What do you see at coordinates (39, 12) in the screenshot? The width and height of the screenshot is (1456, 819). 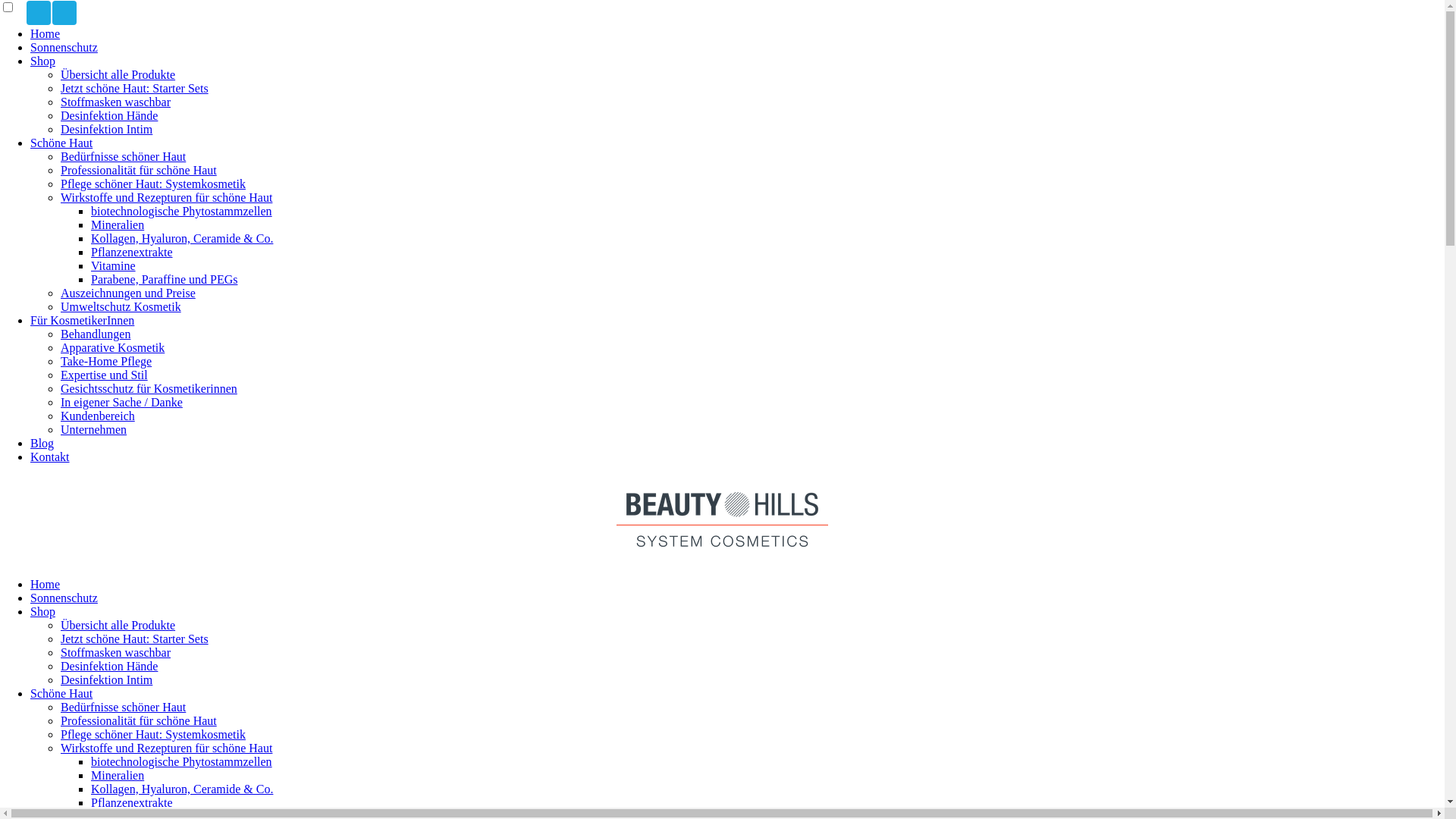 I see `' '` at bounding box center [39, 12].